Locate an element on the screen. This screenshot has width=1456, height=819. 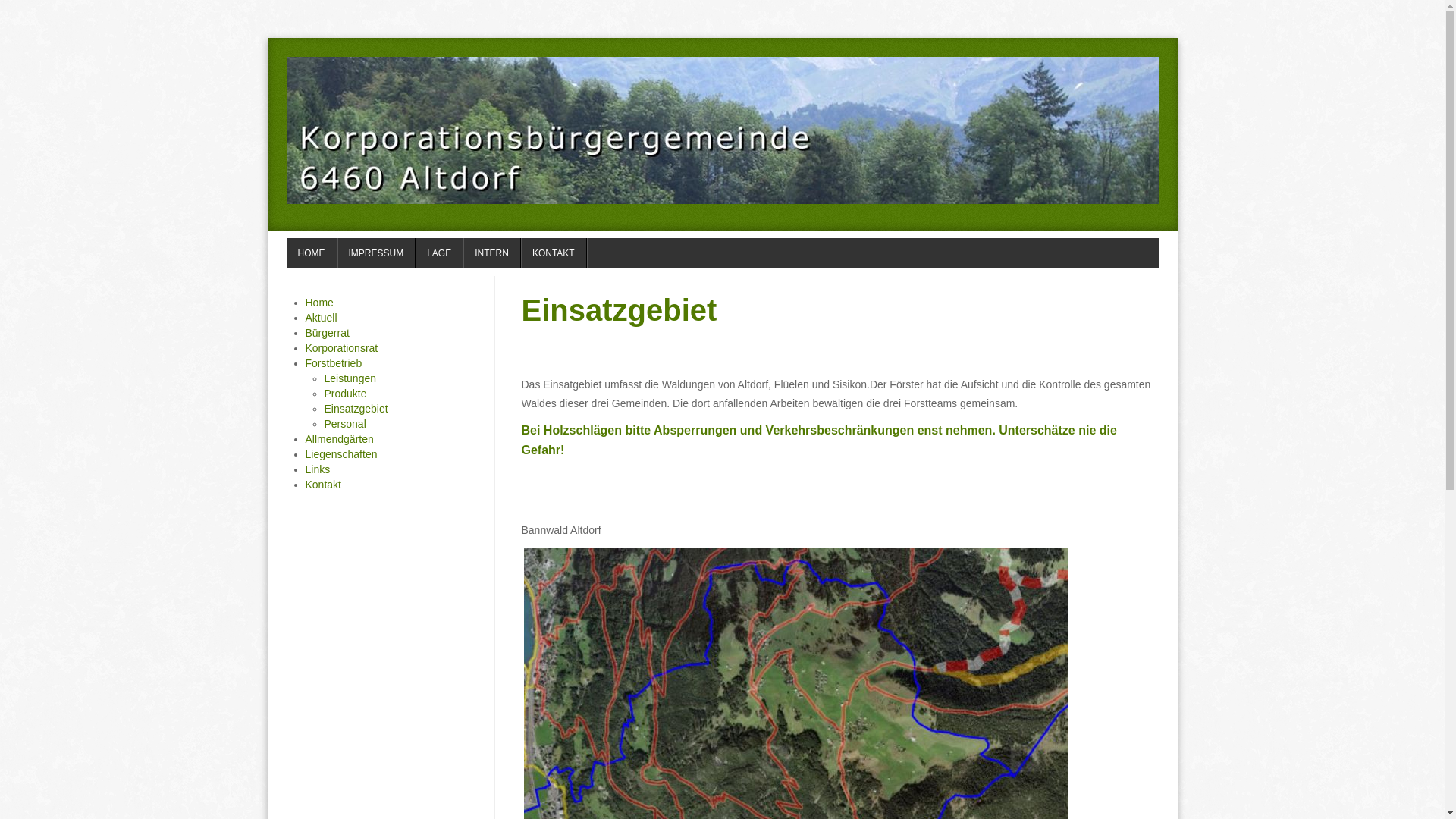
'LAGE' is located at coordinates (415, 253).